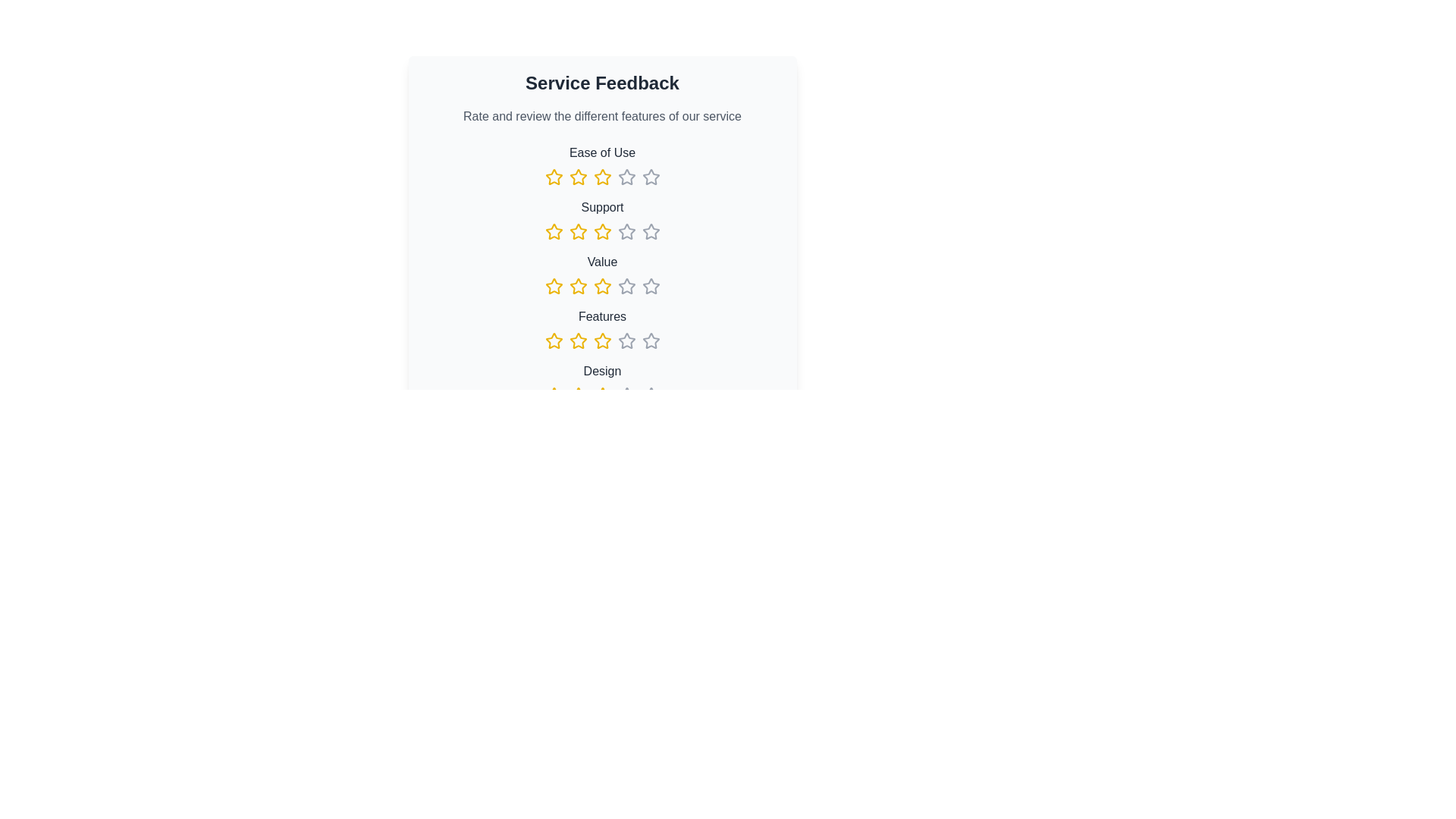  Describe the element at coordinates (577, 394) in the screenshot. I see `the last star in the fifth row of the rating system, which is styled as a yellow, five-pointed star in the 'Design' rating category` at that location.